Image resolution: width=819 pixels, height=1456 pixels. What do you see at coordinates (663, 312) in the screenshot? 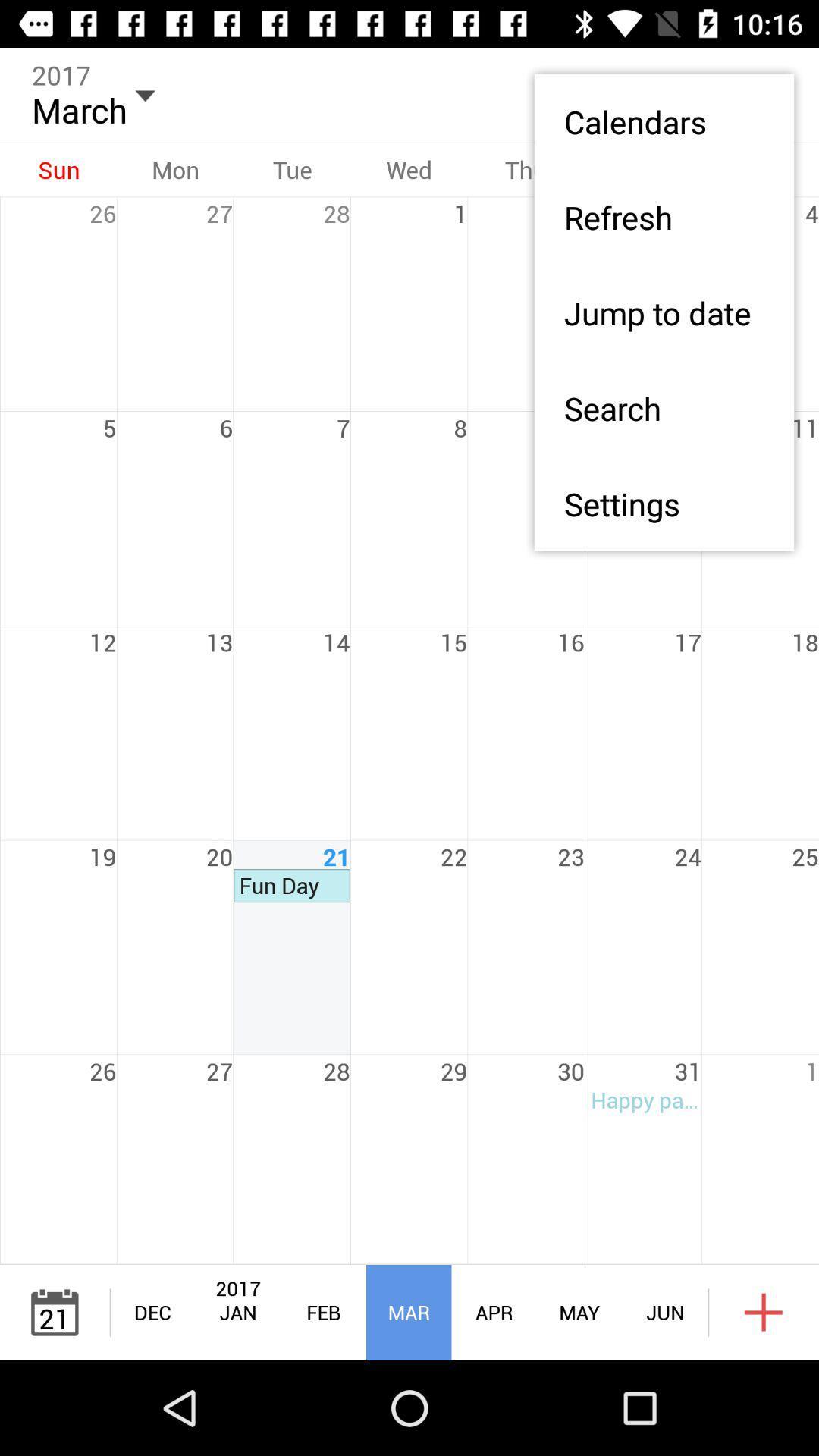
I see `jump to date item` at bounding box center [663, 312].